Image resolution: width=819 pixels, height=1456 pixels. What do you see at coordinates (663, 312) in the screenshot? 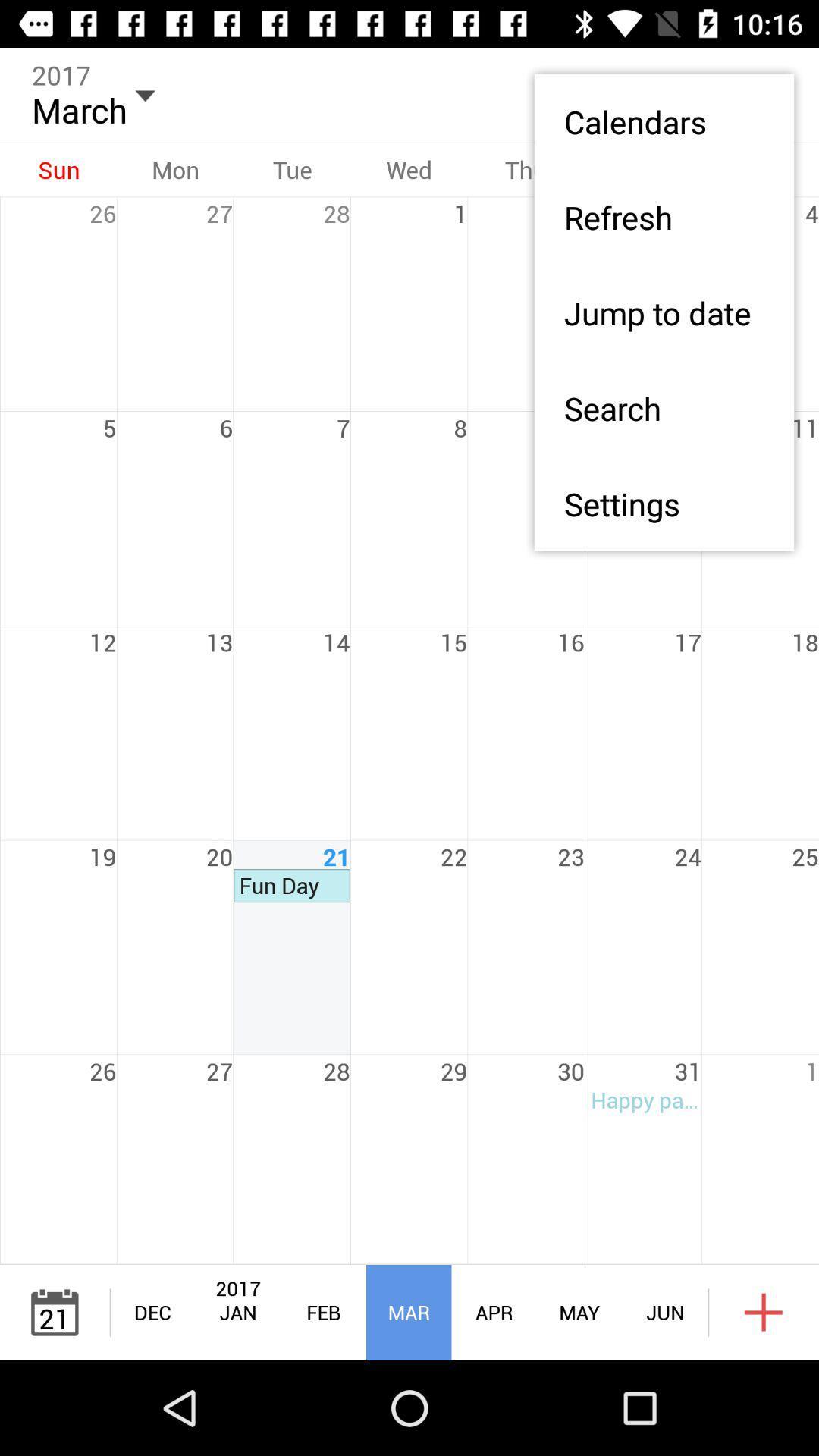
I see `jump to date item` at bounding box center [663, 312].